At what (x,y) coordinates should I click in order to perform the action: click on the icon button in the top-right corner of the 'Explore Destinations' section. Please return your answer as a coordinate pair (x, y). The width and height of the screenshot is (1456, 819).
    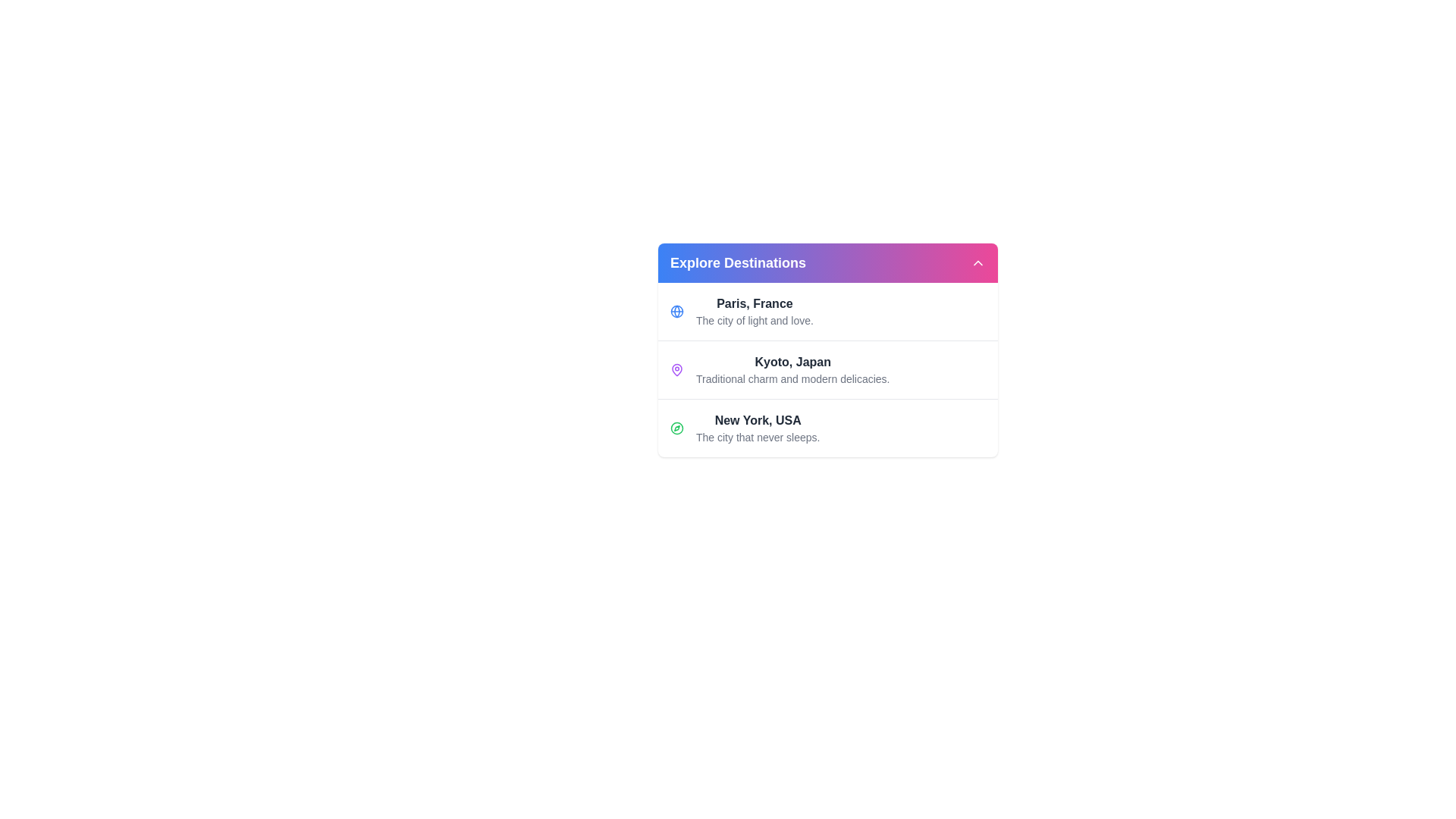
    Looking at the image, I should click on (978, 262).